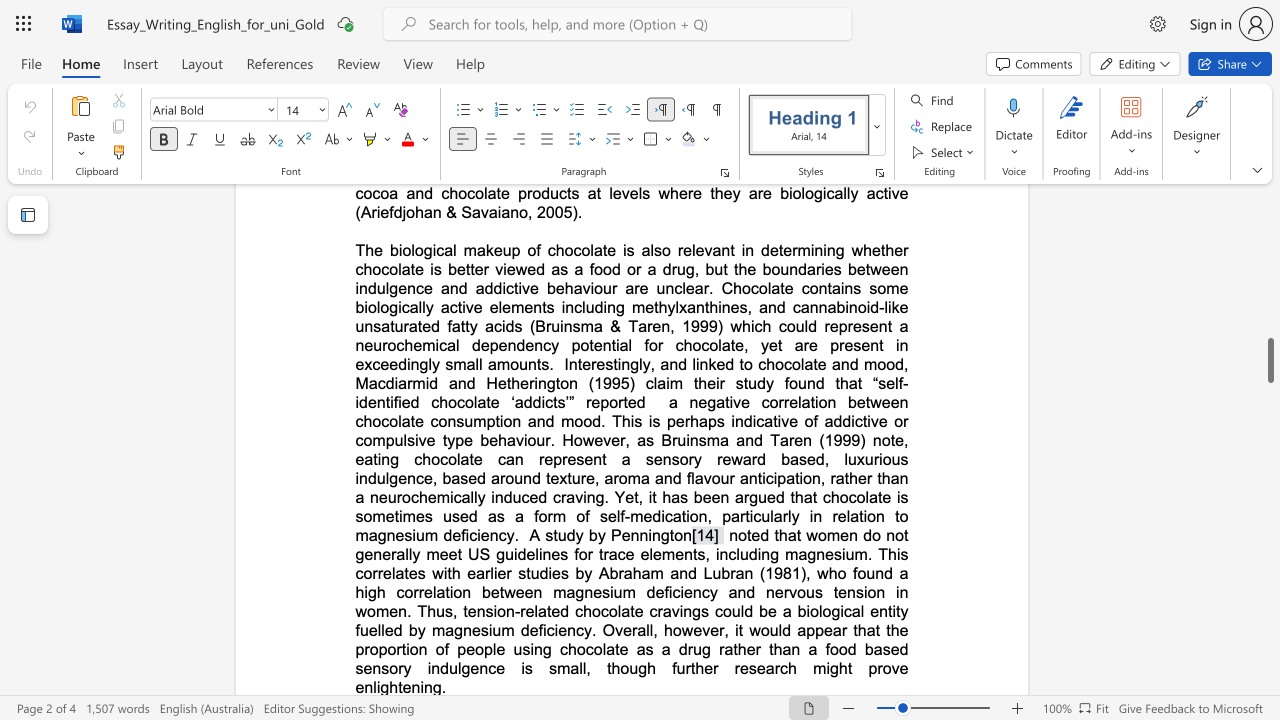 The width and height of the screenshot is (1280, 720). Describe the element at coordinates (1269, 470) in the screenshot. I see `the scrollbar to move the page upward` at that location.